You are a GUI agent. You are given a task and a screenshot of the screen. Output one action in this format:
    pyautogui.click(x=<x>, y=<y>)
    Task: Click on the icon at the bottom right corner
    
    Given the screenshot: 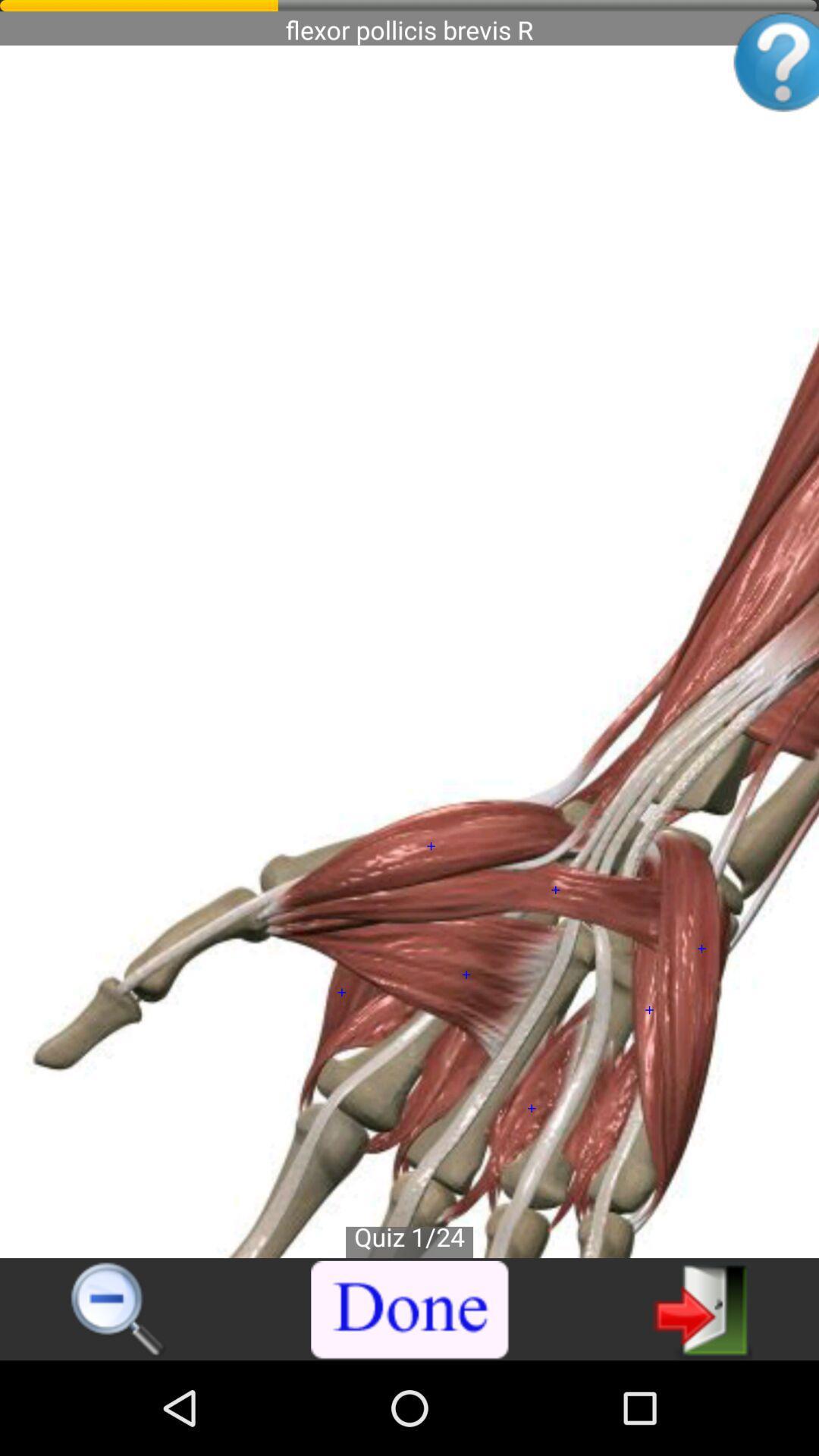 What is the action you would take?
    pyautogui.click(x=702, y=1308)
    